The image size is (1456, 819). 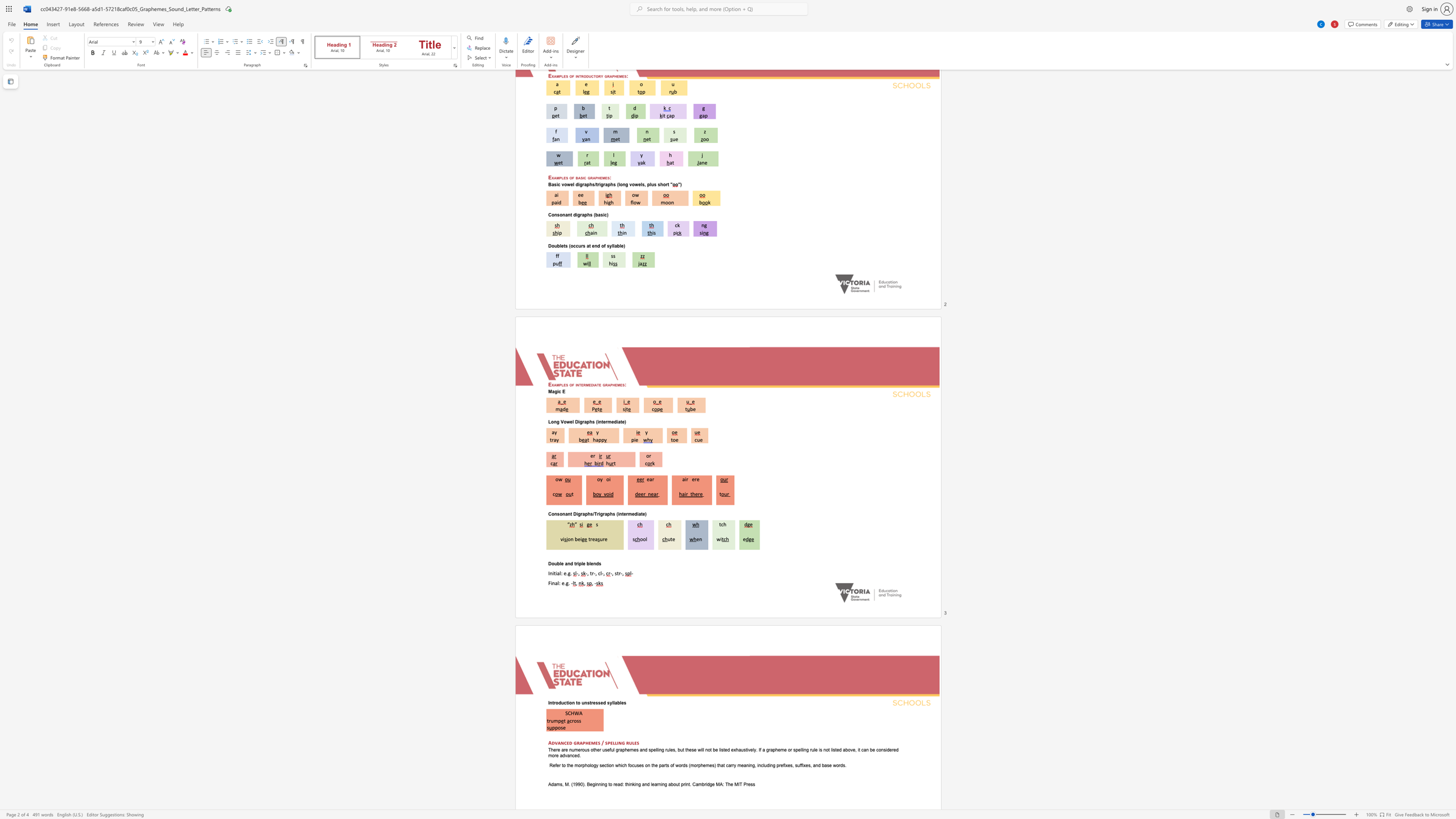 What do you see at coordinates (626, 513) in the screenshot?
I see `the subset text "rm" within the text "Consonant Digraphs/Trigraphs (intermediate)"` at bounding box center [626, 513].